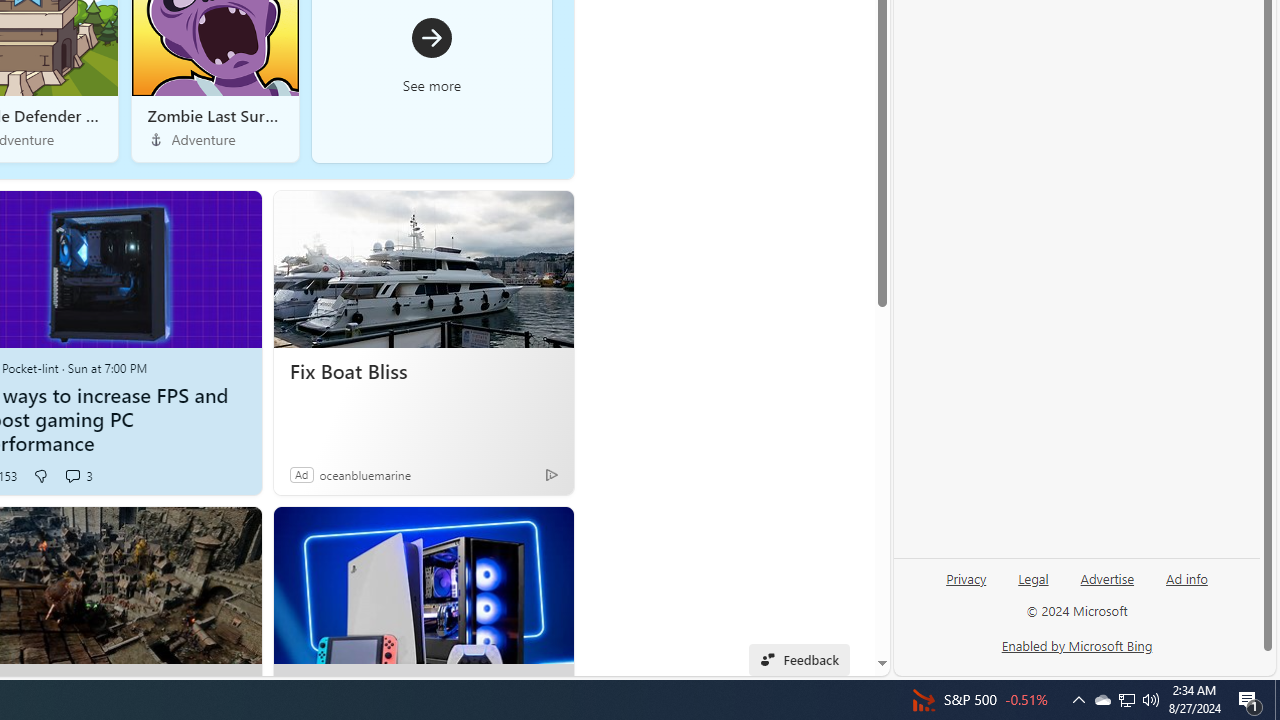 This screenshot has height=720, width=1280. What do you see at coordinates (422, 371) in the screenshot?
I see `'Fix Boat Bliss'` at bounding box center [422, 371].